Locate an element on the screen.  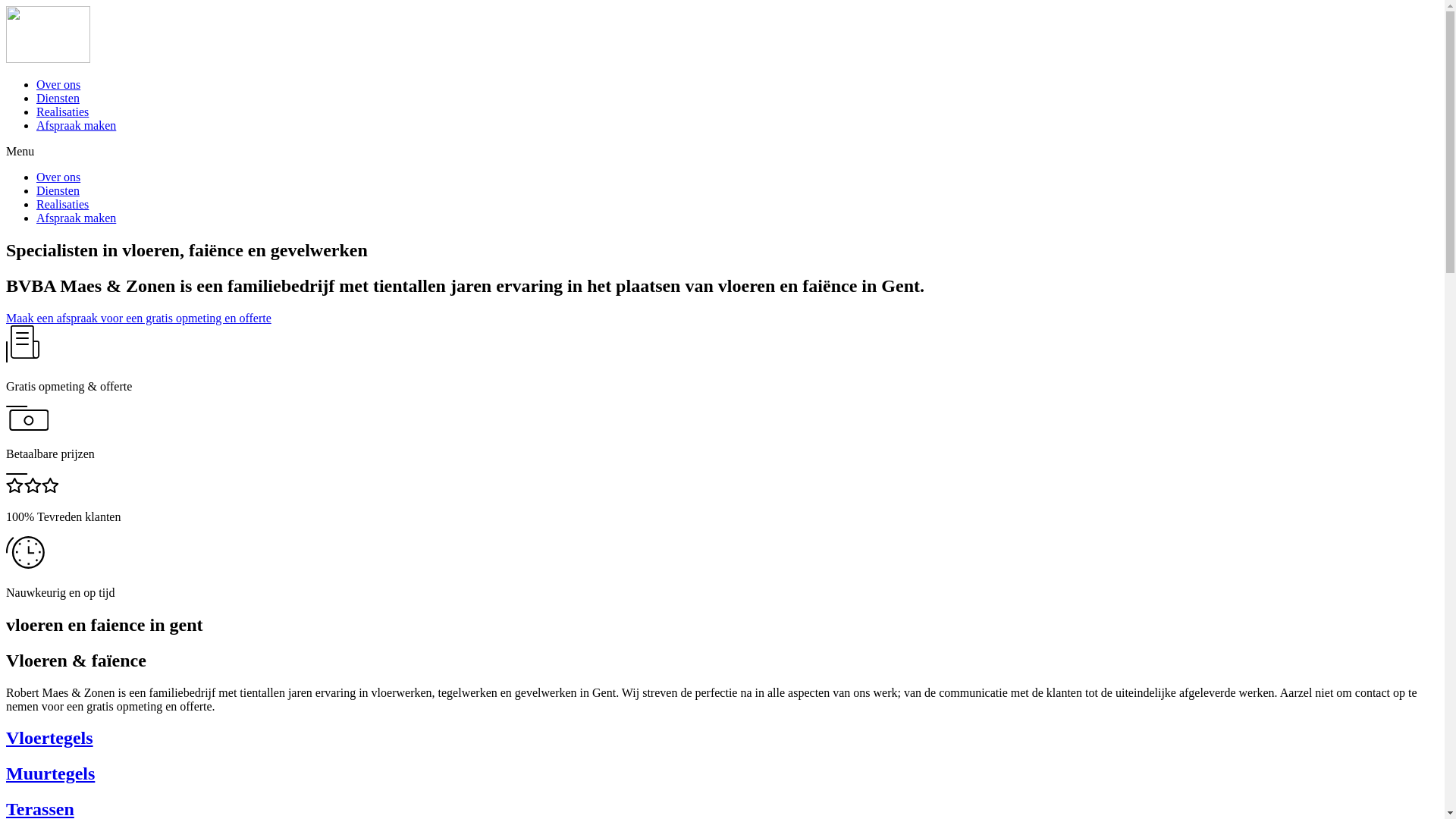
'Afspraak maken' is located at coordinates (75, 124).